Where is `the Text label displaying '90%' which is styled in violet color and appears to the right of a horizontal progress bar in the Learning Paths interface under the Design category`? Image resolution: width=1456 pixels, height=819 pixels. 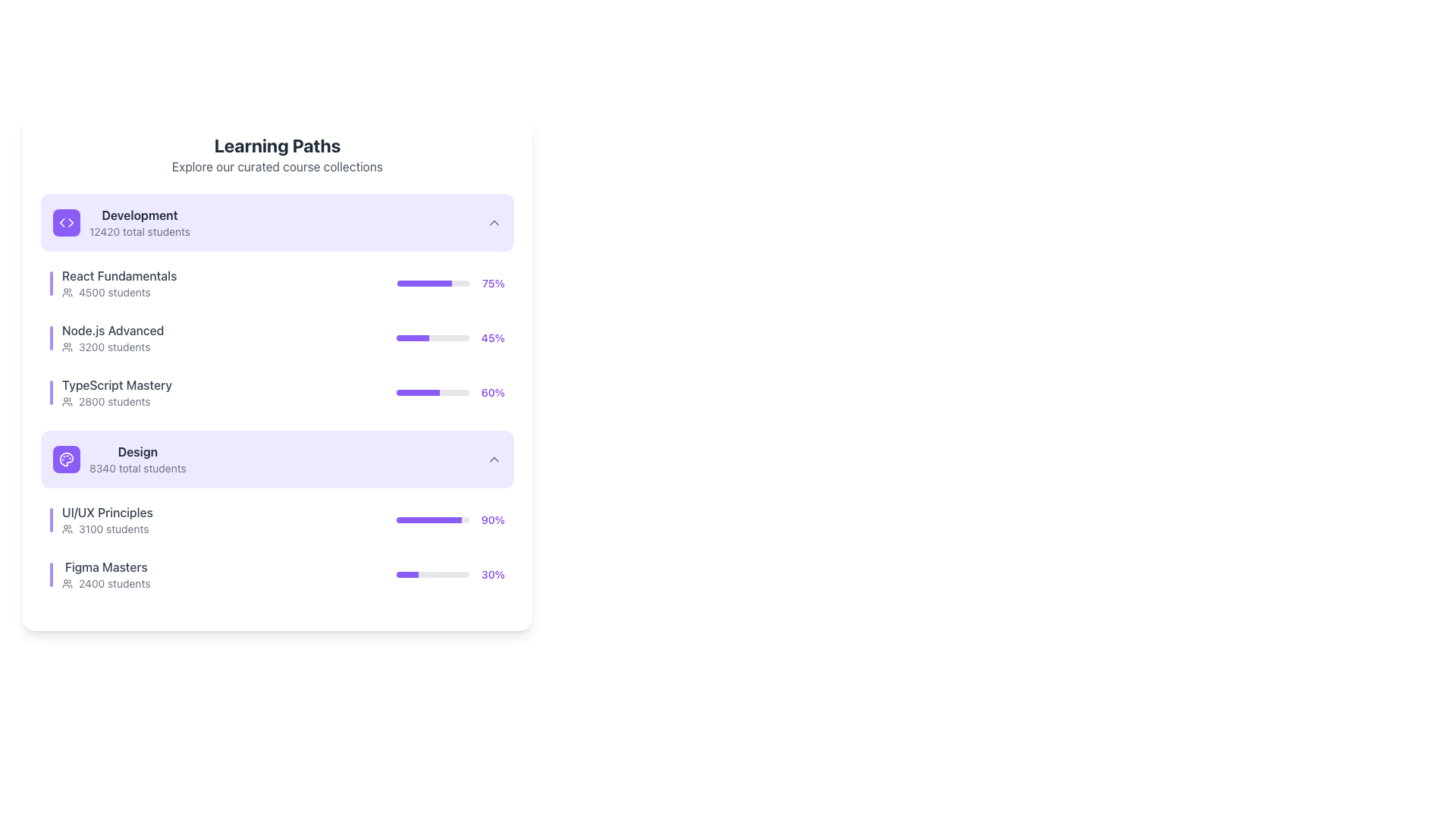 the Text label displaying '90%' which is styled in violet color and appears to the right of a horizontal progress bar in the Learning Paths interface under the Design category is located at coordinates (493, 519).